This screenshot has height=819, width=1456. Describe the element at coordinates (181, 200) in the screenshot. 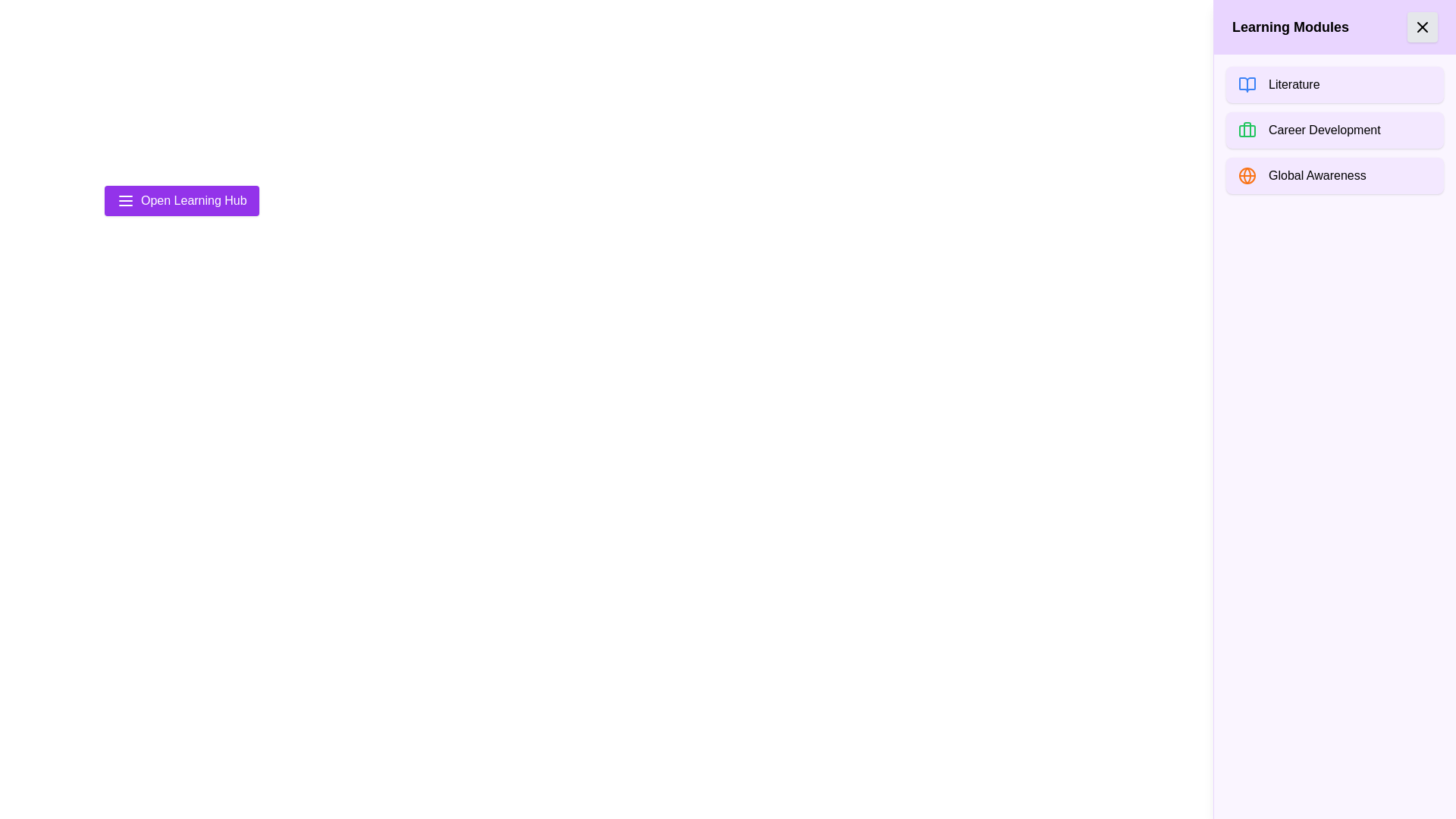

I see `'Open Learning Hub' button to toggle the drawer` at that location.